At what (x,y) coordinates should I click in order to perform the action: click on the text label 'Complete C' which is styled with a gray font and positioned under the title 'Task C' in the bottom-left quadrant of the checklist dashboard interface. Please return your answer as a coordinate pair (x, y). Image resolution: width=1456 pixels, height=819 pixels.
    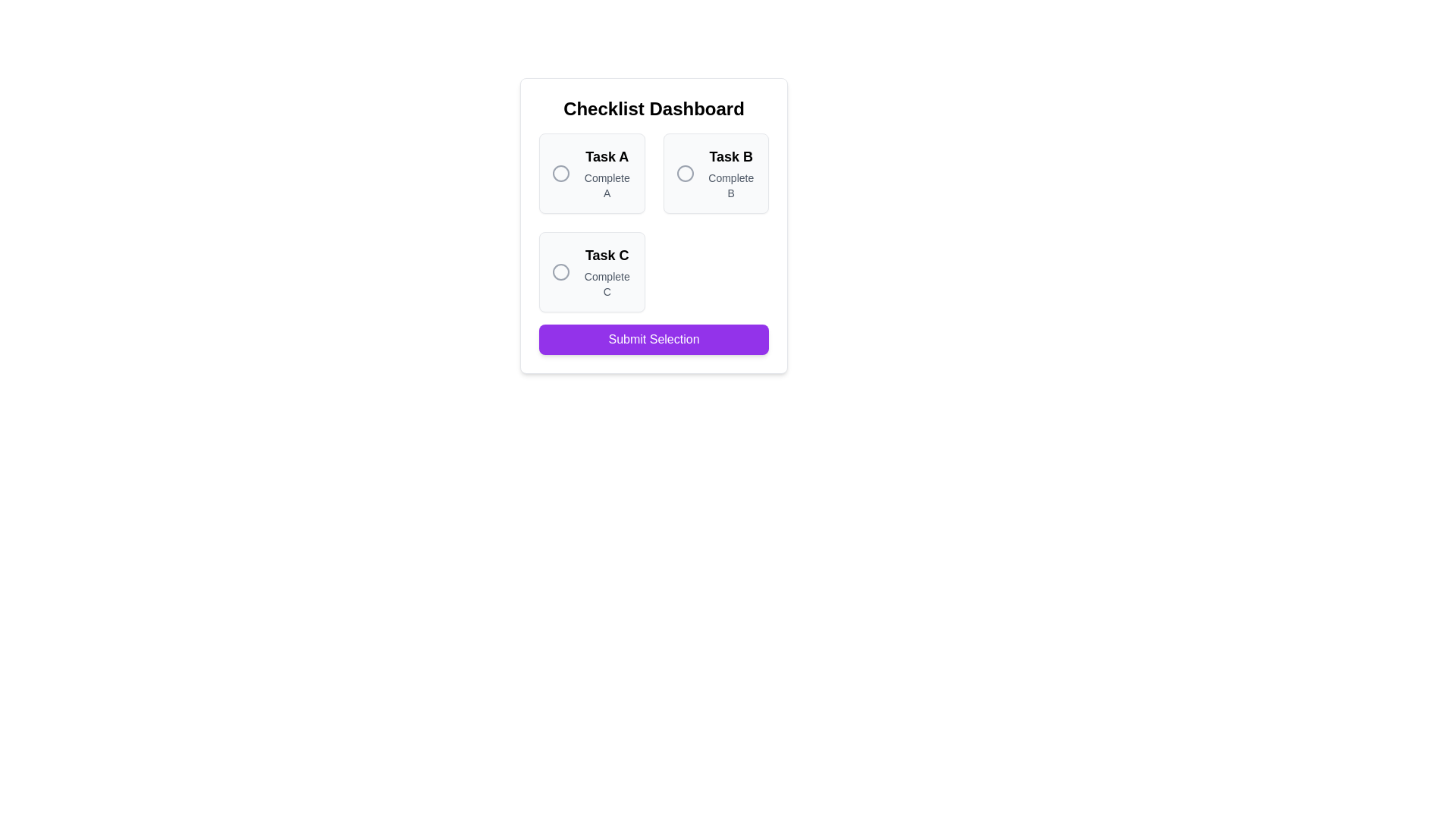
    Looking at the image, I should click on (607, 284).